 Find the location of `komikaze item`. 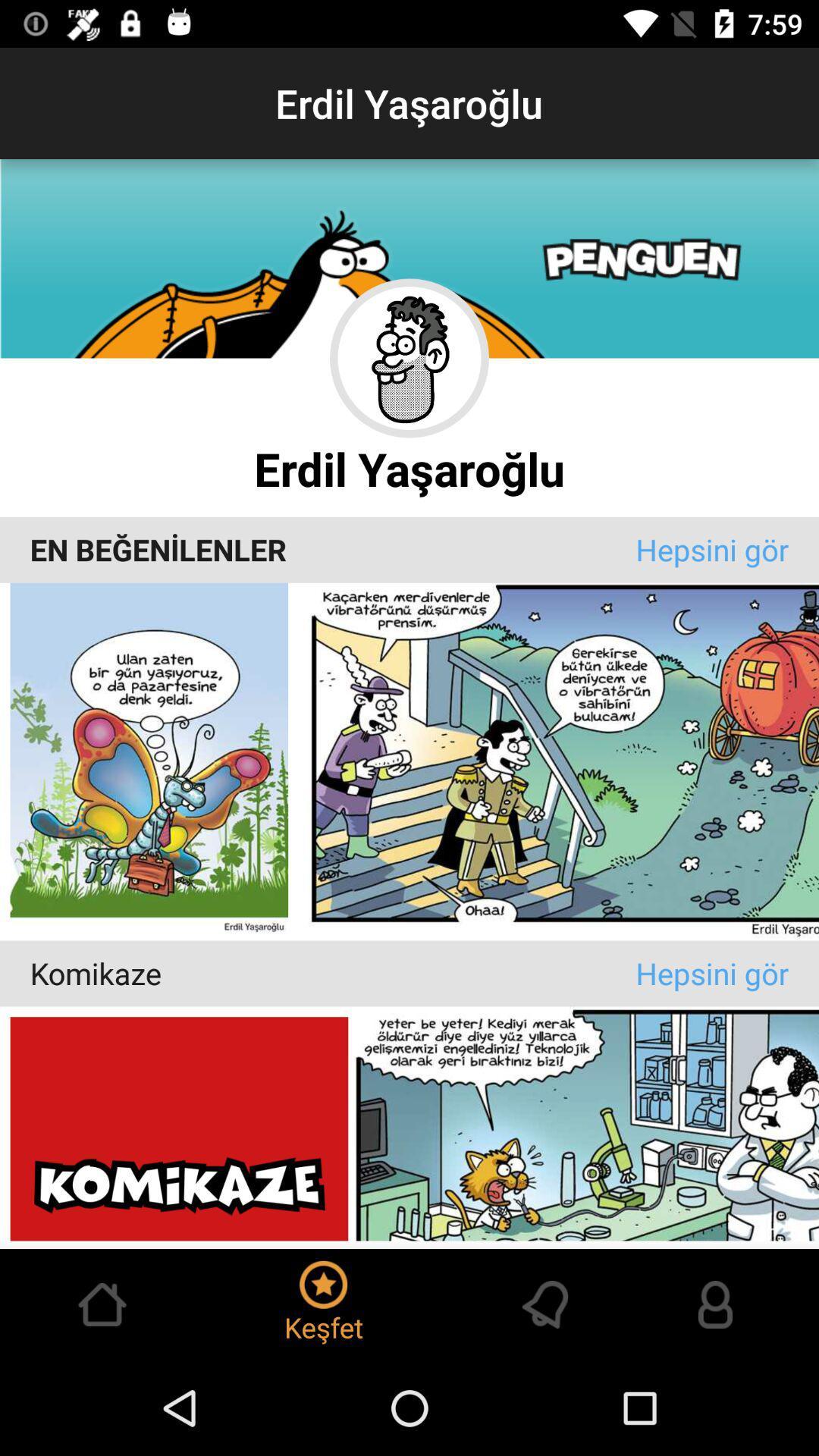

komikaze item is located at coordinates (332, 973).